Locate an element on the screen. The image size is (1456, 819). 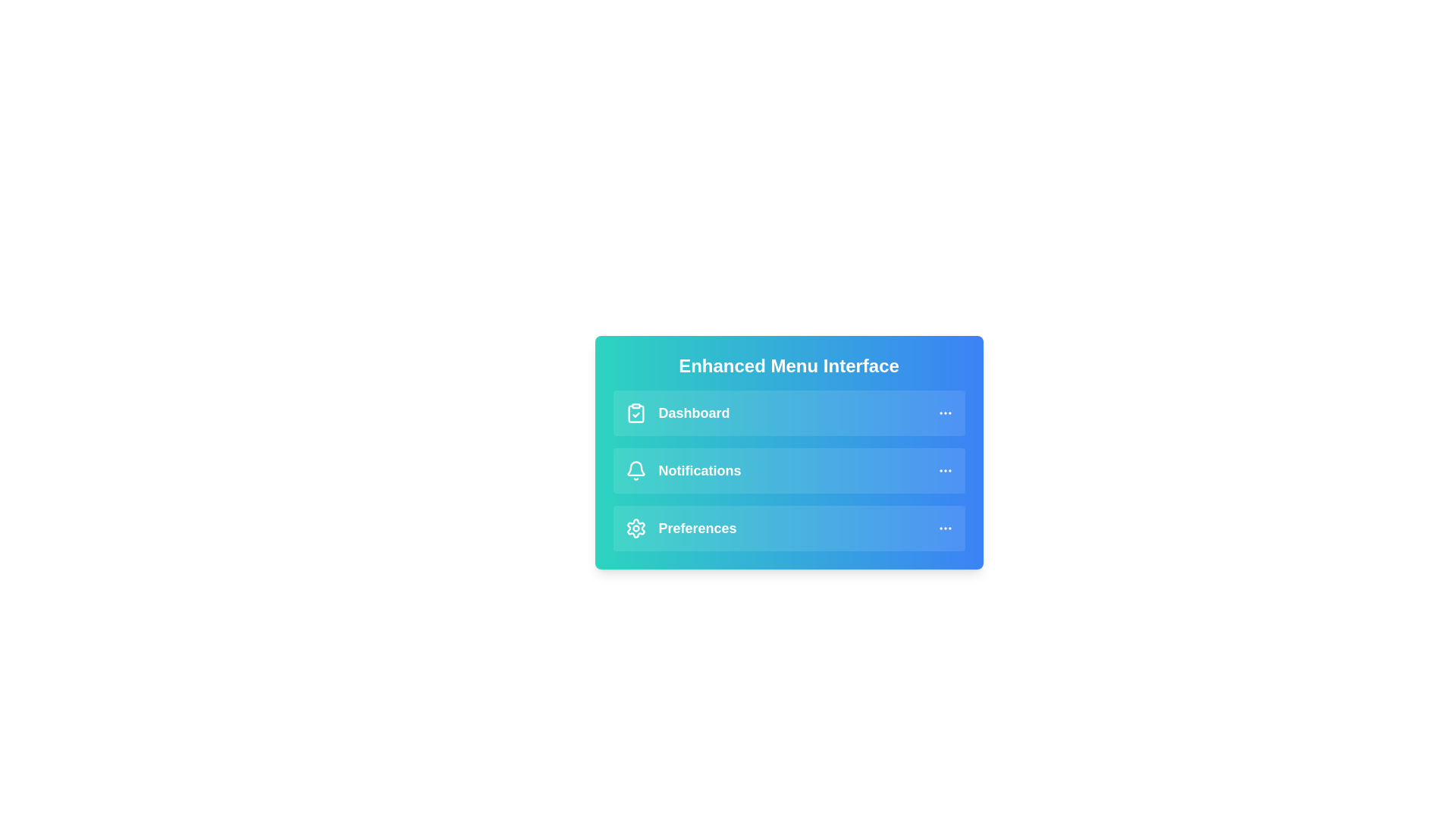
the 'Dashboard' text label in the menu, which is positioned to the right of the clipboard icon and to the left of the vertical ellipsis button is located at coordinates (693, 413).